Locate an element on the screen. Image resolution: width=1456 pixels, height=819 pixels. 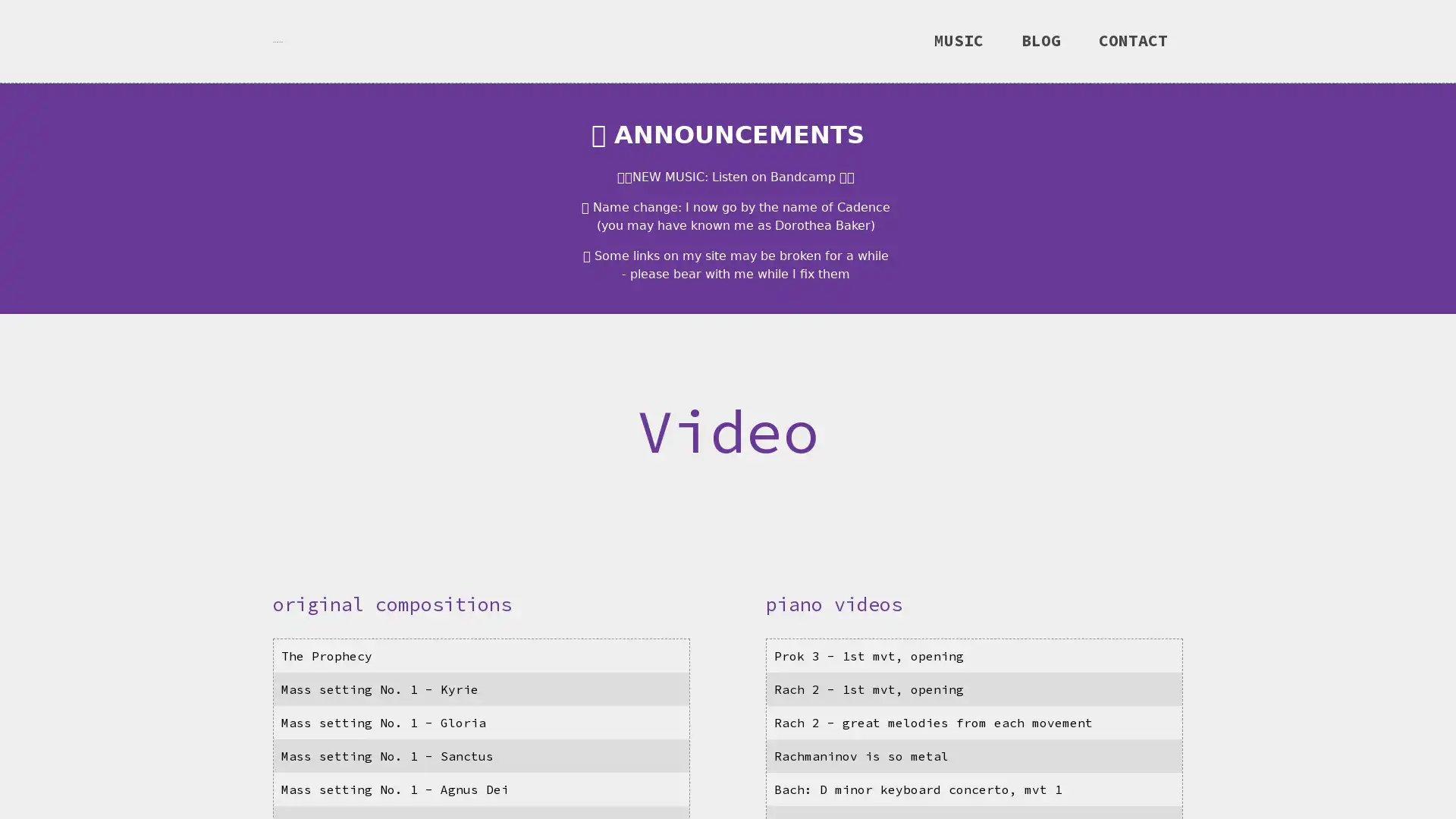
video: Mass setting No. 1 - Kyrie is located at coordinates (480, 688).